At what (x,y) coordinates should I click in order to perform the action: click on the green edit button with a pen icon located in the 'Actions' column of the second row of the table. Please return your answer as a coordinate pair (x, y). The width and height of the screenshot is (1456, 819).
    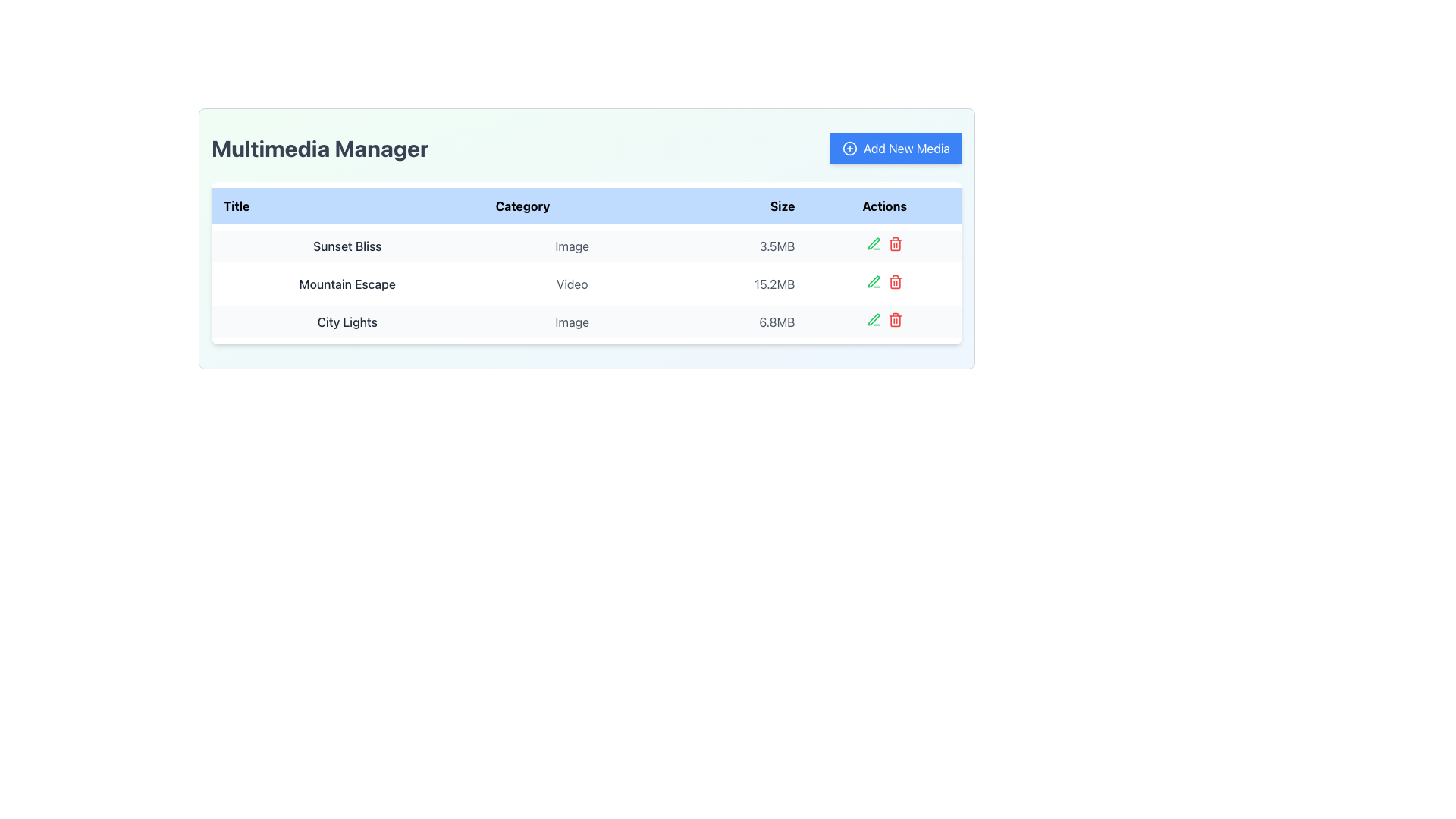
    Looking at the image, I should click on (874, 281).